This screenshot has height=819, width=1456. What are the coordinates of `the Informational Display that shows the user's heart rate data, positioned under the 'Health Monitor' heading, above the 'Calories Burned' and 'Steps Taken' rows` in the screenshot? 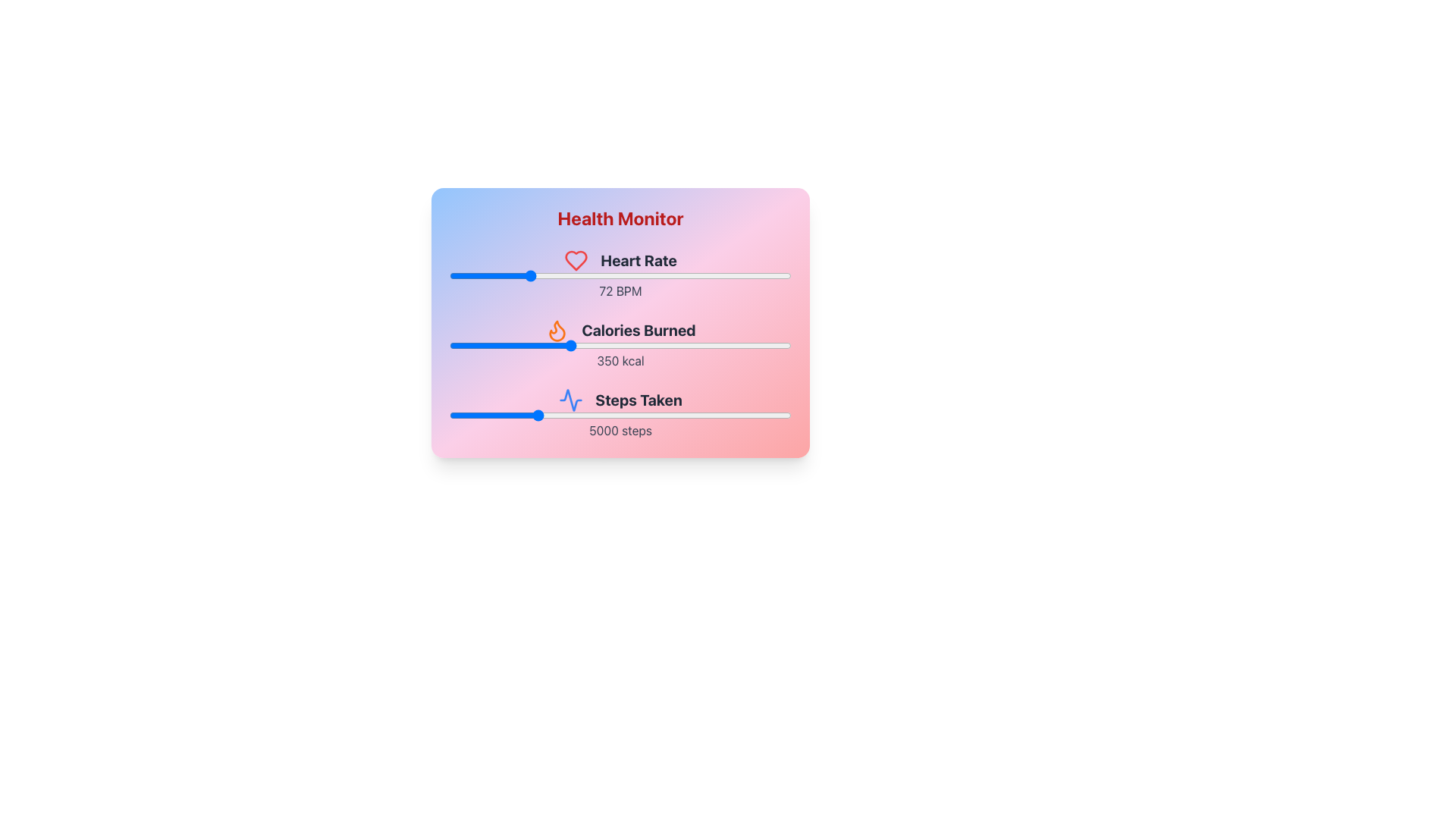 It's located at (620, 275).